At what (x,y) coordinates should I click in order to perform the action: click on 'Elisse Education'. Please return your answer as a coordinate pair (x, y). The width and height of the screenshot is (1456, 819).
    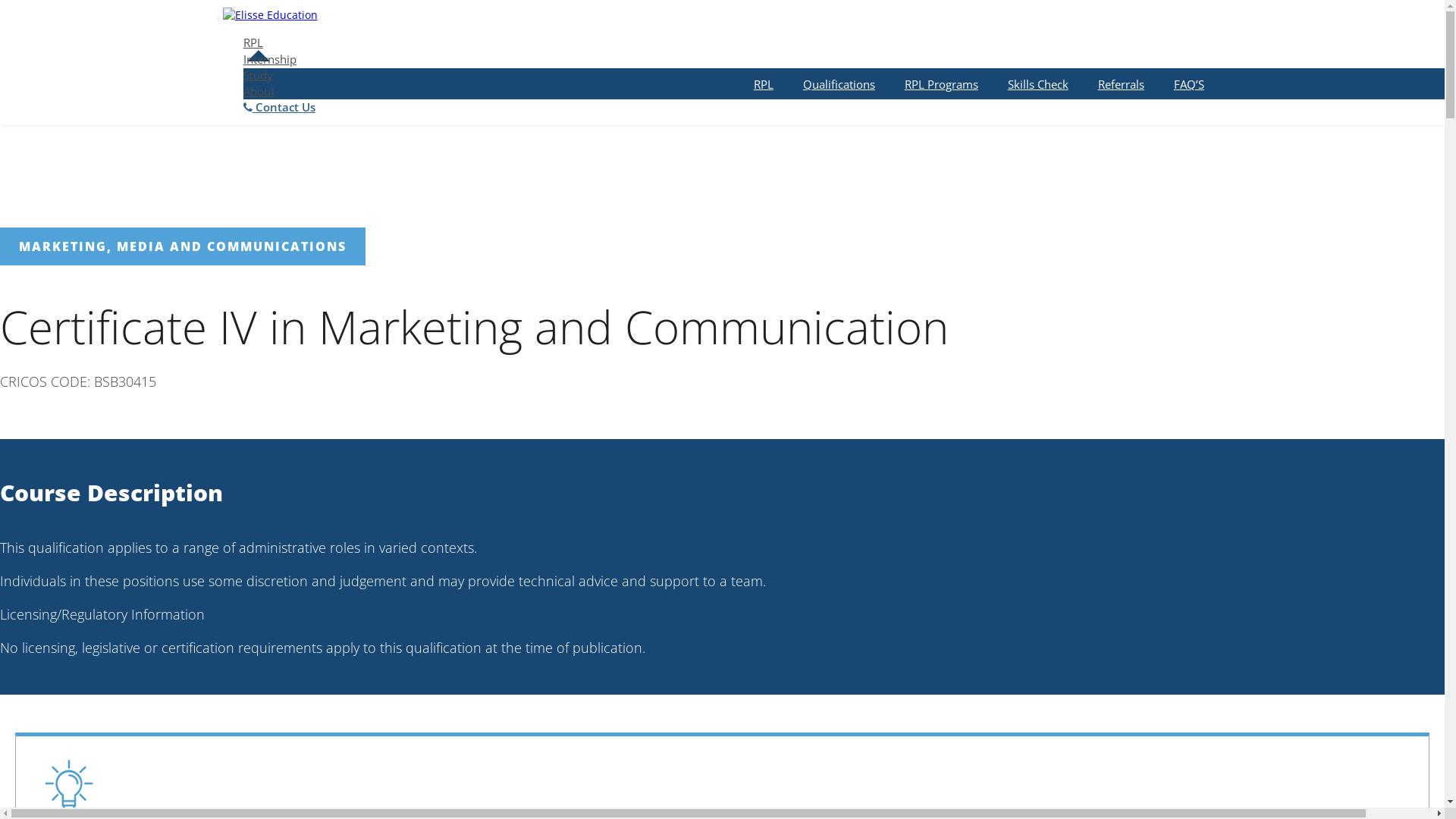
    Looking at the image, I should click on (270, 11).